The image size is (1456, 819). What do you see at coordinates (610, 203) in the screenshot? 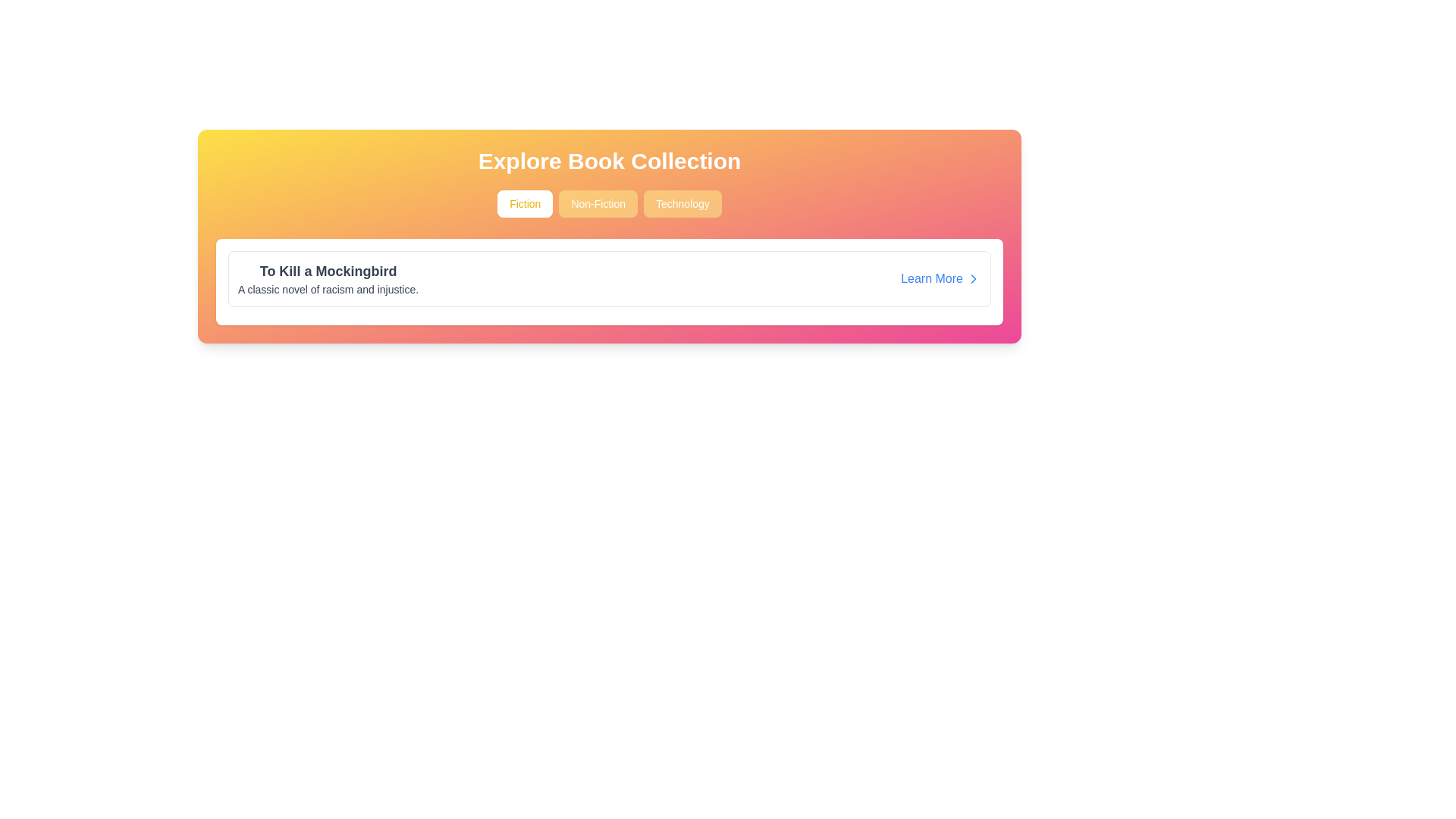
I see `the 'Non-Fiction' filter button located between the 'Fiction' and 'Technology' buttons, below the 'Explore Book Collection' text` at bounding box center [610, 203].